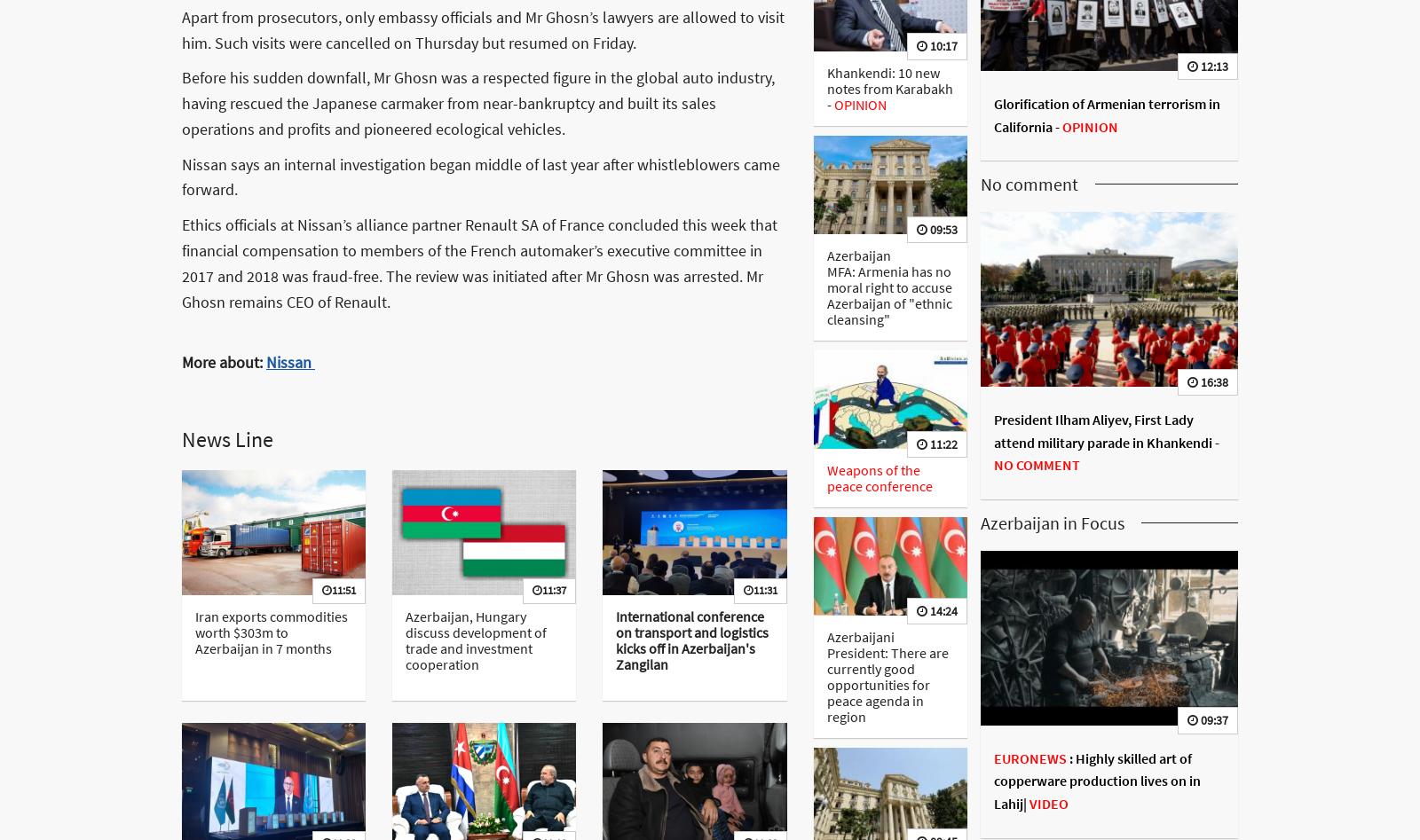 This screenshot has height=840, width=1420. What do you see at coordinates (1105, 429) in the screenshot?
I see `'President Ilham Aliyev, First Lady attend military parade in Khankendi -'` at bounding box center [1105, 429].